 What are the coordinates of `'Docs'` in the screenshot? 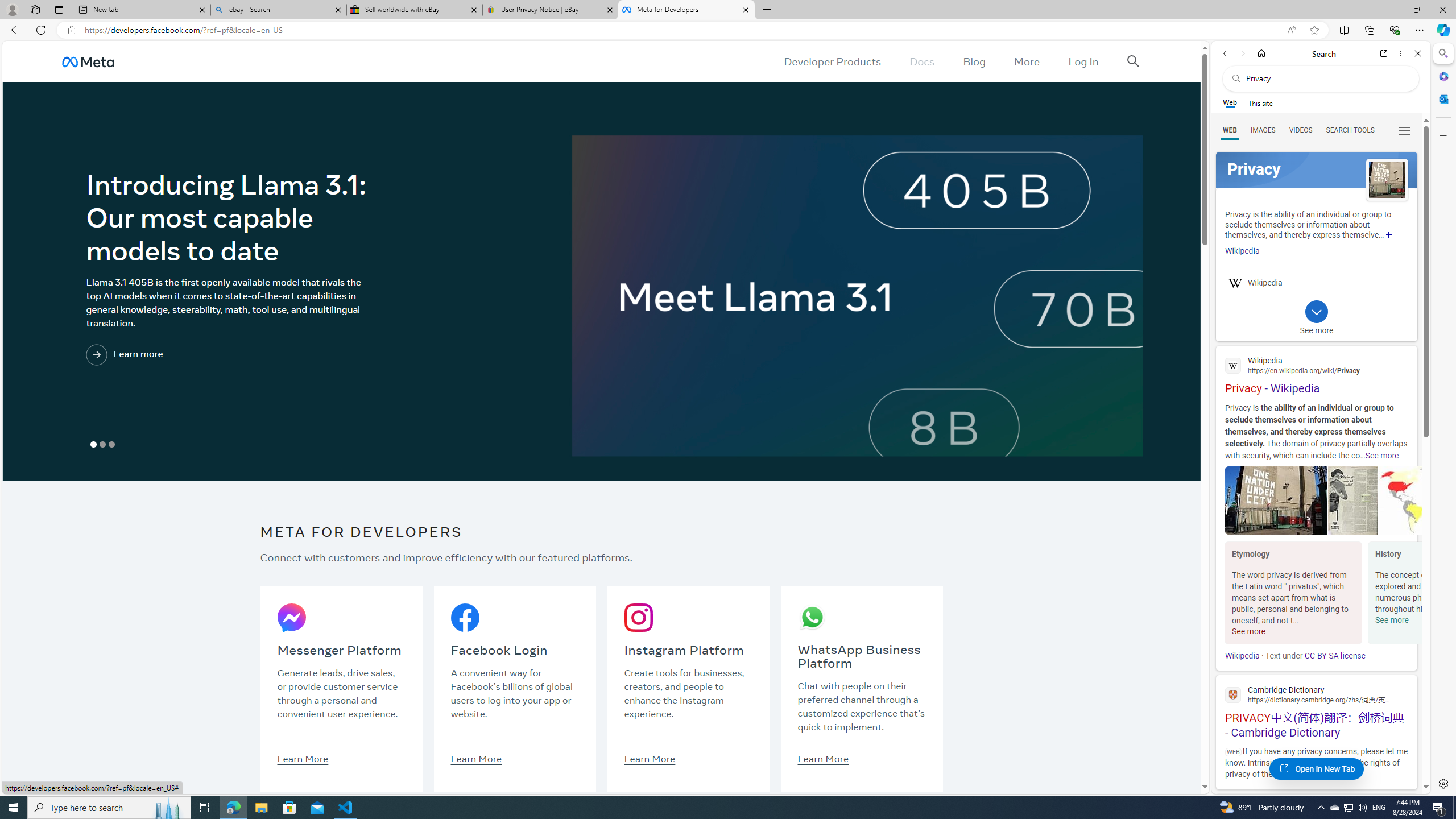 It's located at (922, 61).